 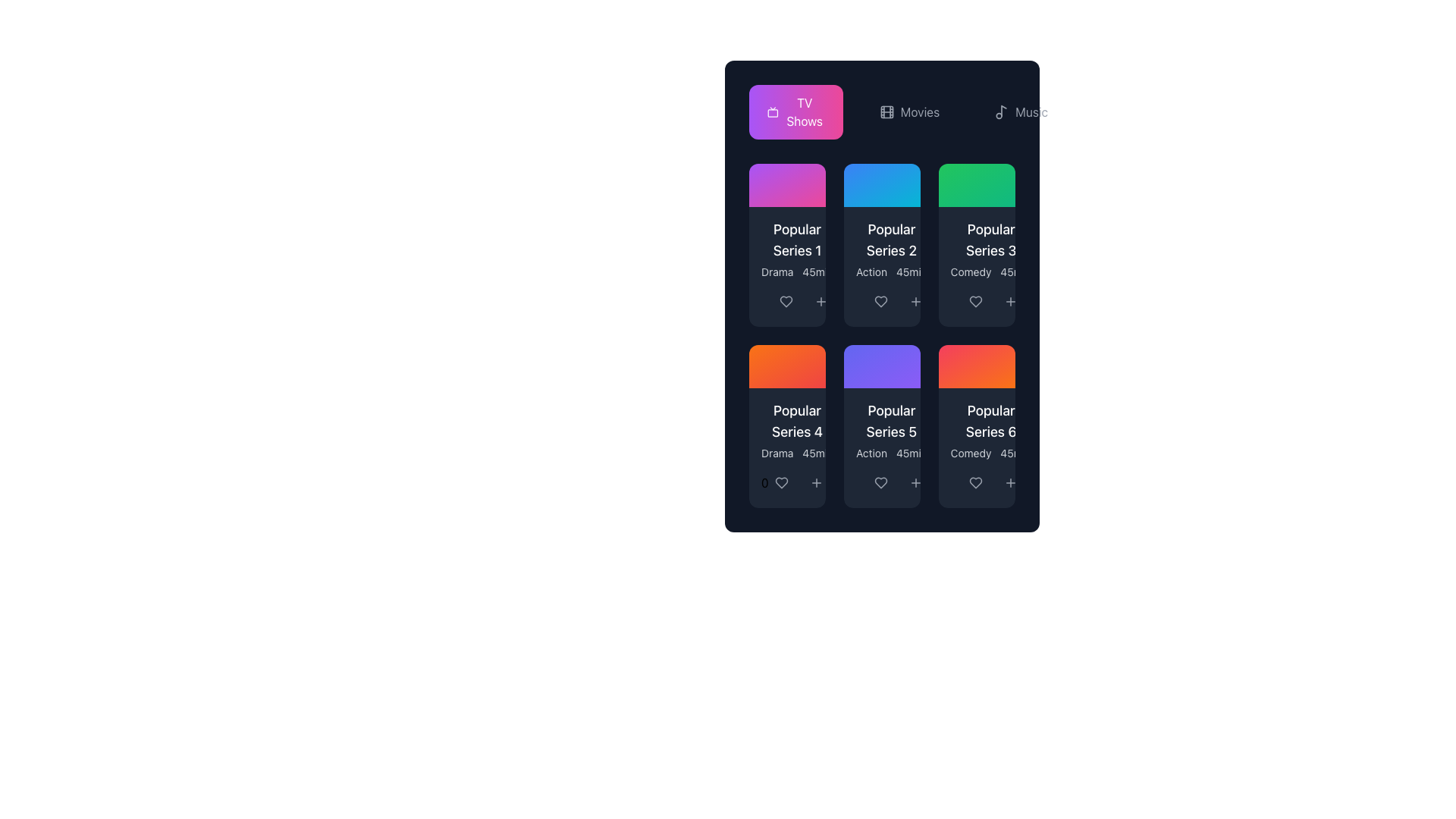 What do you see at coordinates (971, 271) in the screenshot?
I see `text label indicating the genre of the content located under 'Popular Series 3' and aligned to the left of '45min'` at bounding box center [971, 271].